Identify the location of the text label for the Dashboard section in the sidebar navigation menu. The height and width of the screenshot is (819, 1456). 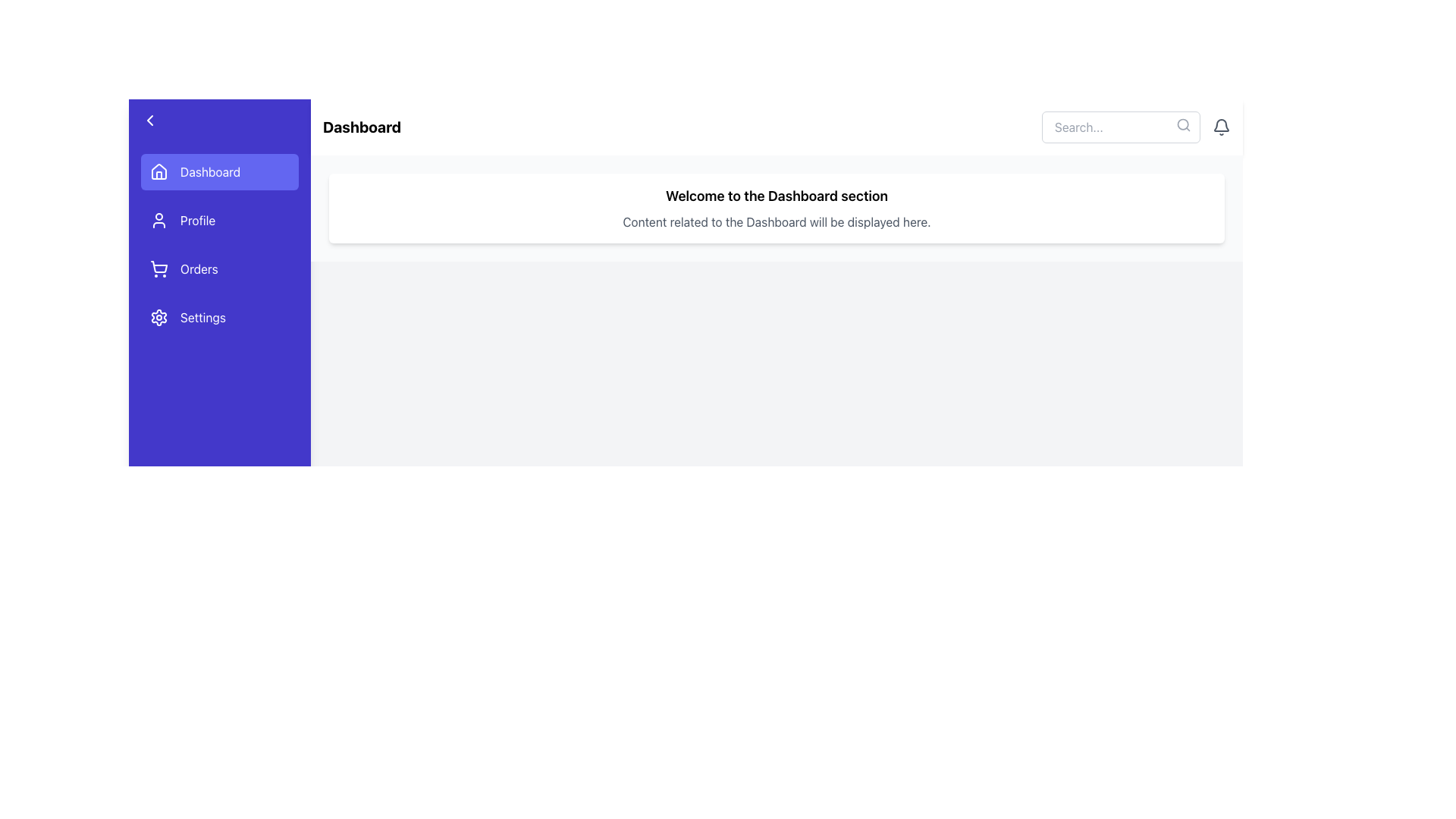
(209, 171).